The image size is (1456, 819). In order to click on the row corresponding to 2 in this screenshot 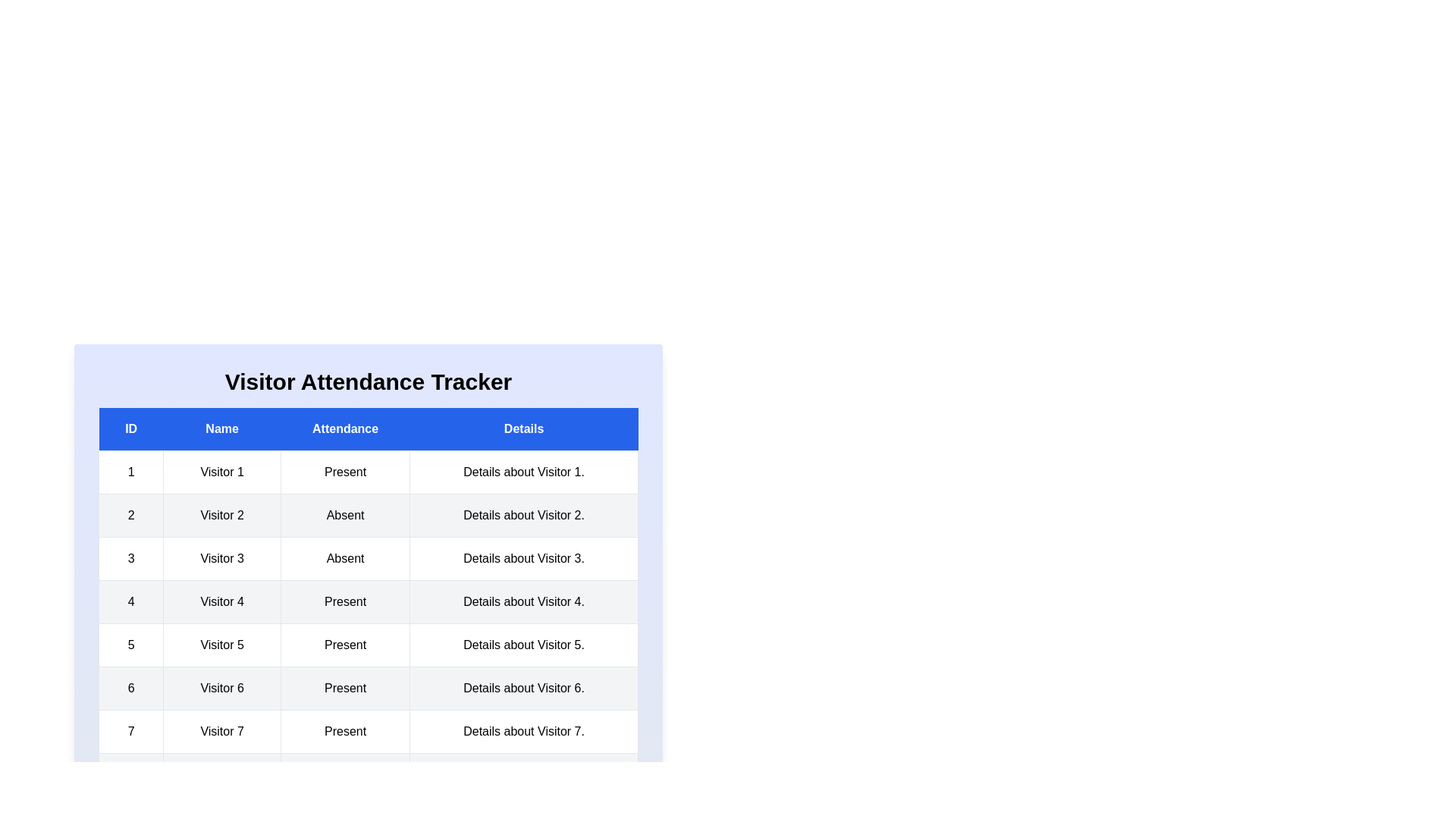, I will do `click(368, 514)`.